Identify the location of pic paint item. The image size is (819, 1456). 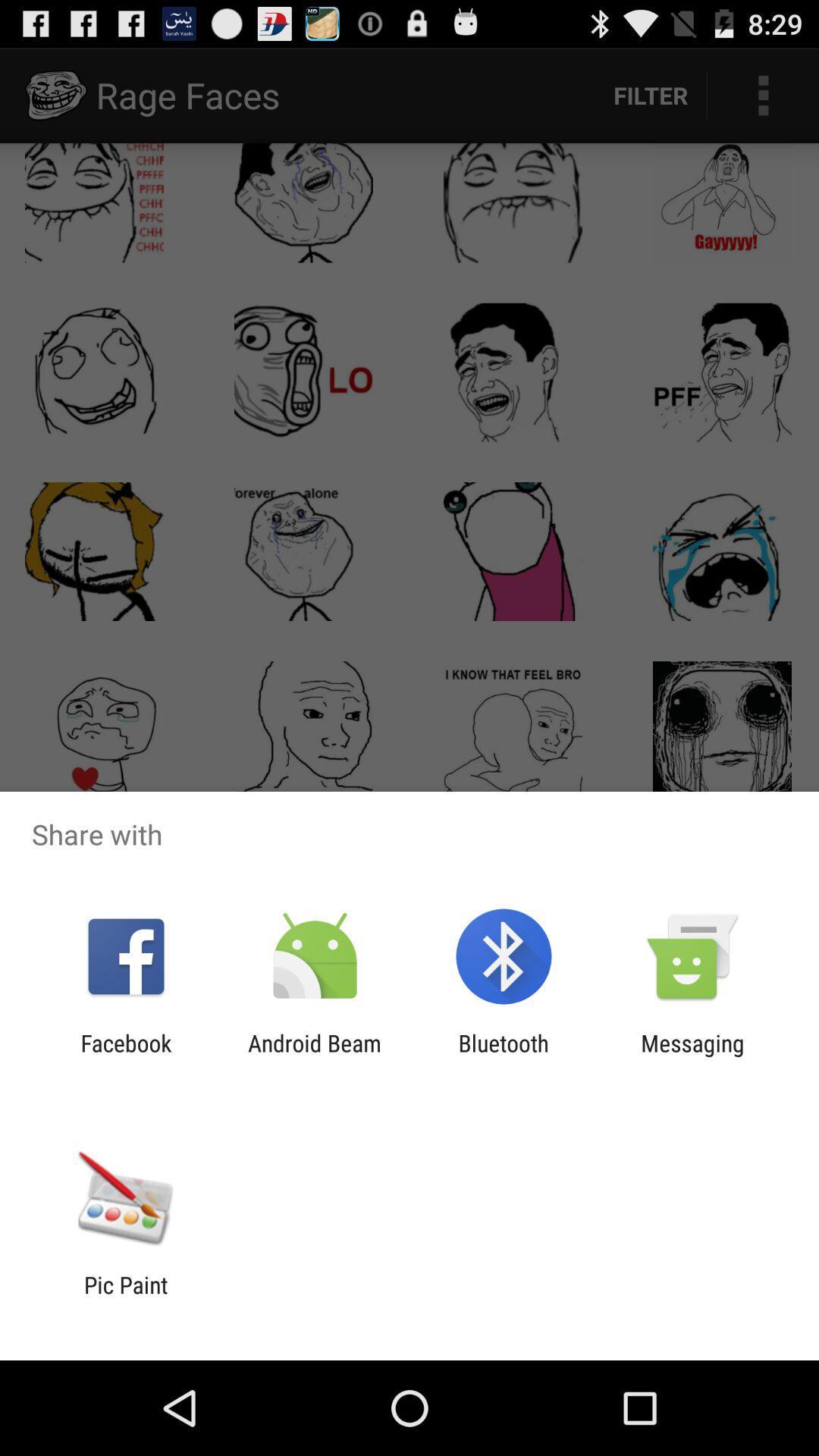
(125, 1298).